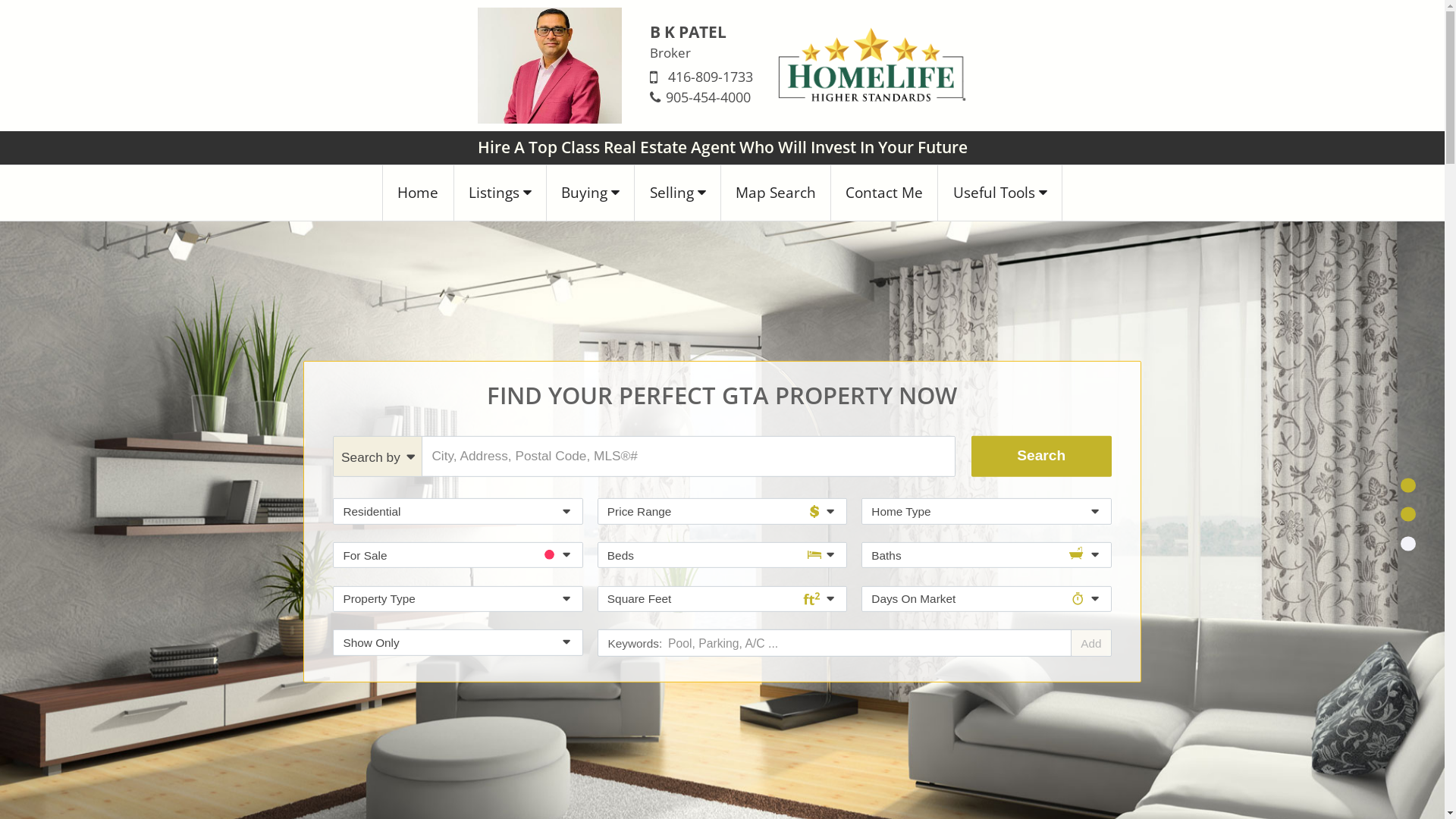 The height and width of the screenshot is (819, 1456). I want to click on 'Residential', so click(457, 511).